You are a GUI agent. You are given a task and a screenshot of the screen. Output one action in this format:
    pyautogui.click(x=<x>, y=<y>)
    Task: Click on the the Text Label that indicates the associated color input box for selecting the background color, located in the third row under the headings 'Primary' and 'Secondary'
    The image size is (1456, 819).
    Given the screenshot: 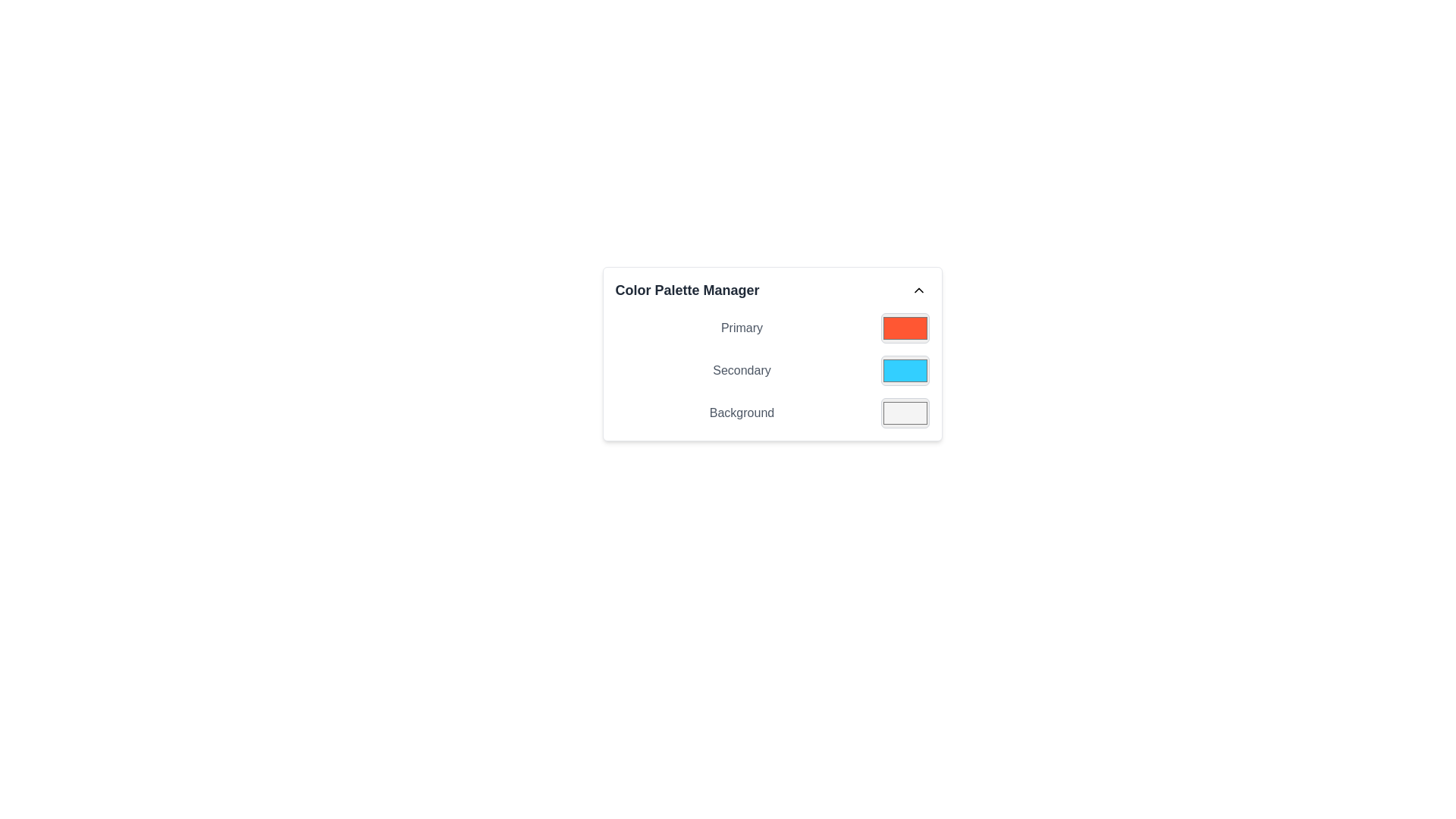 What is the action you would take?
    pyautogui.click(x=742, y=413)
    